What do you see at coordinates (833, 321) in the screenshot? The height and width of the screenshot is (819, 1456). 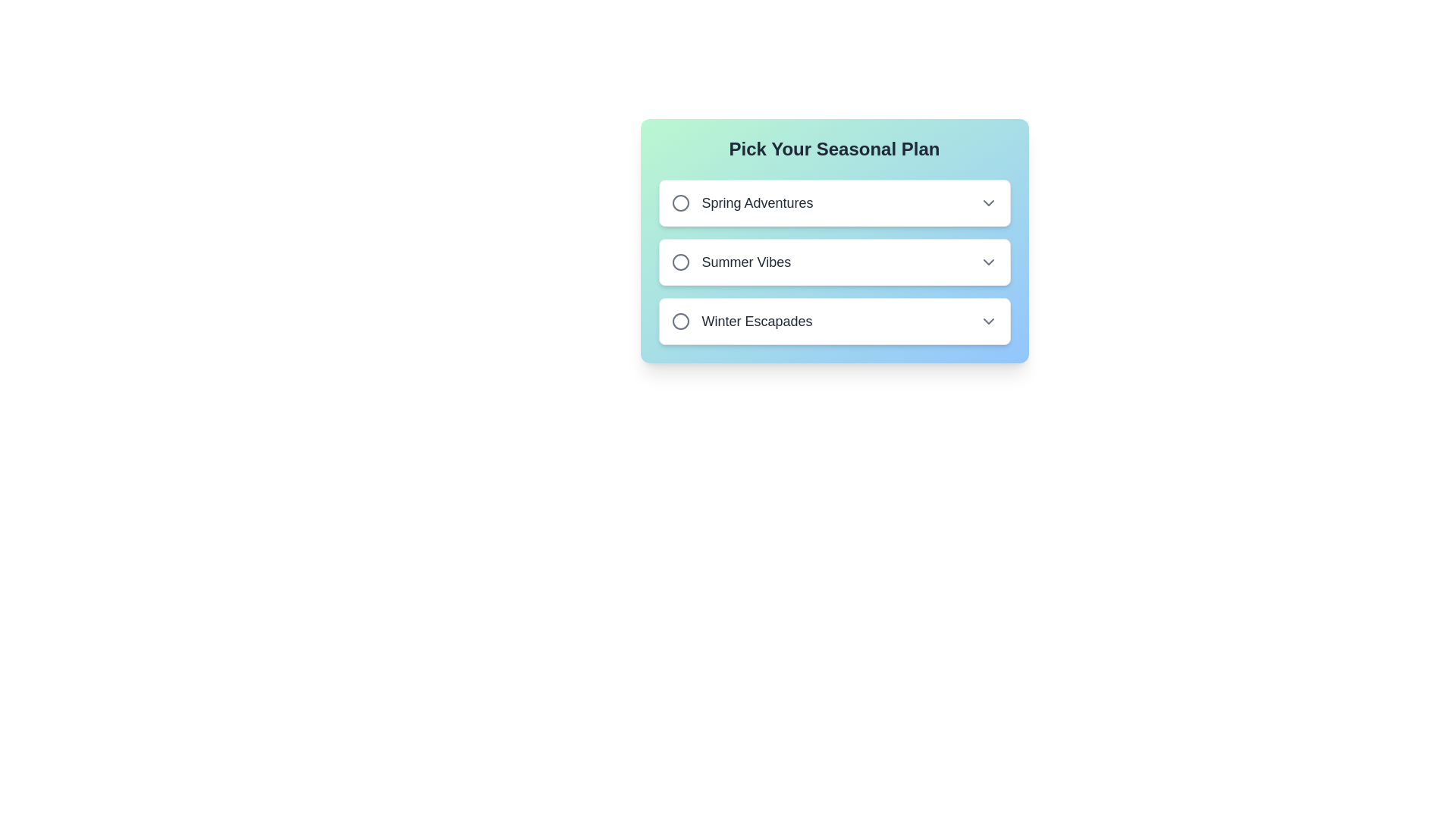 I see `the interactive selectable list item at the bottom of the options` at bounding box center [833, 321].